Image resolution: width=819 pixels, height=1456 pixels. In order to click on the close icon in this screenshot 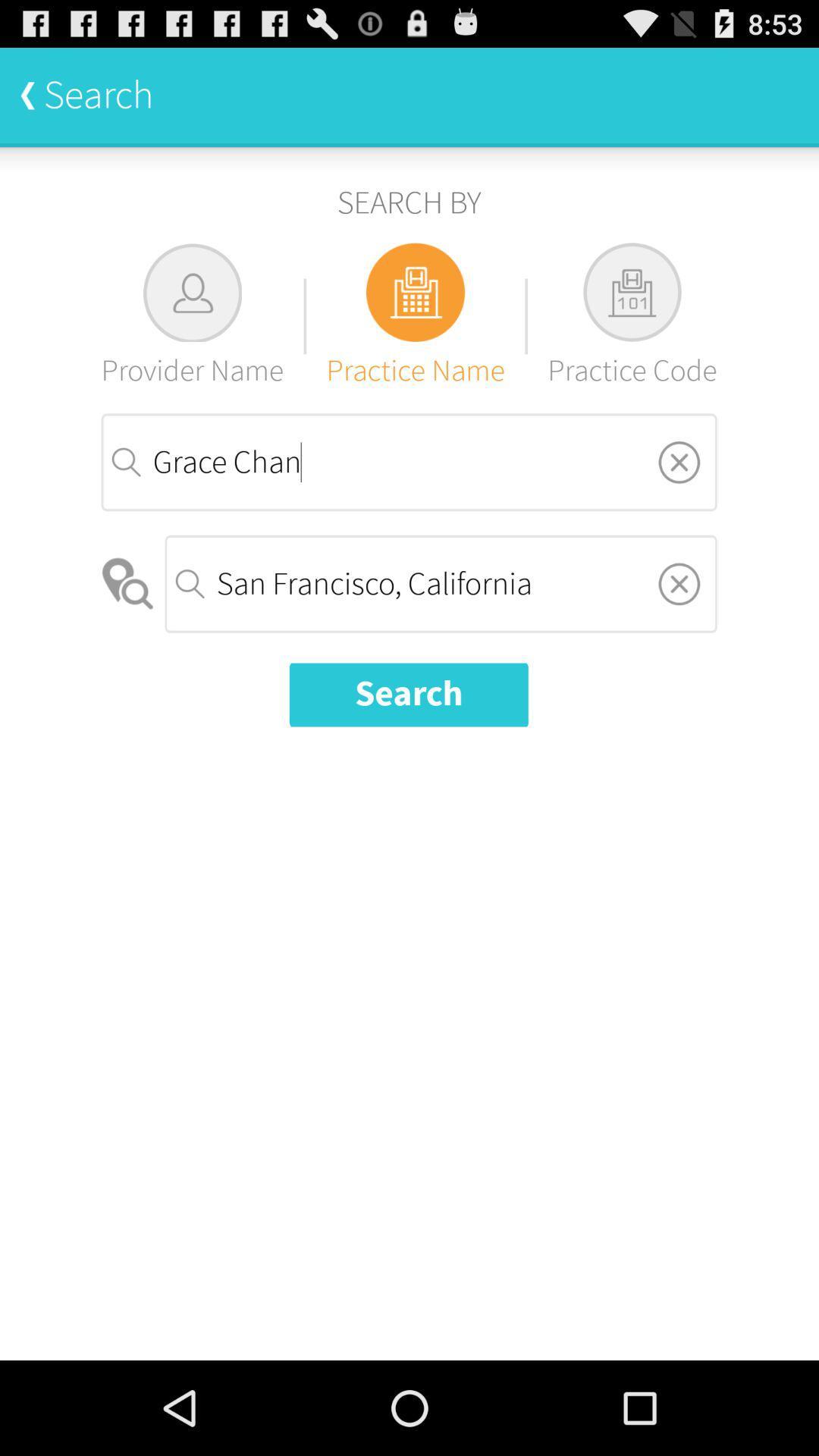, I will do `click(678, 624)`.